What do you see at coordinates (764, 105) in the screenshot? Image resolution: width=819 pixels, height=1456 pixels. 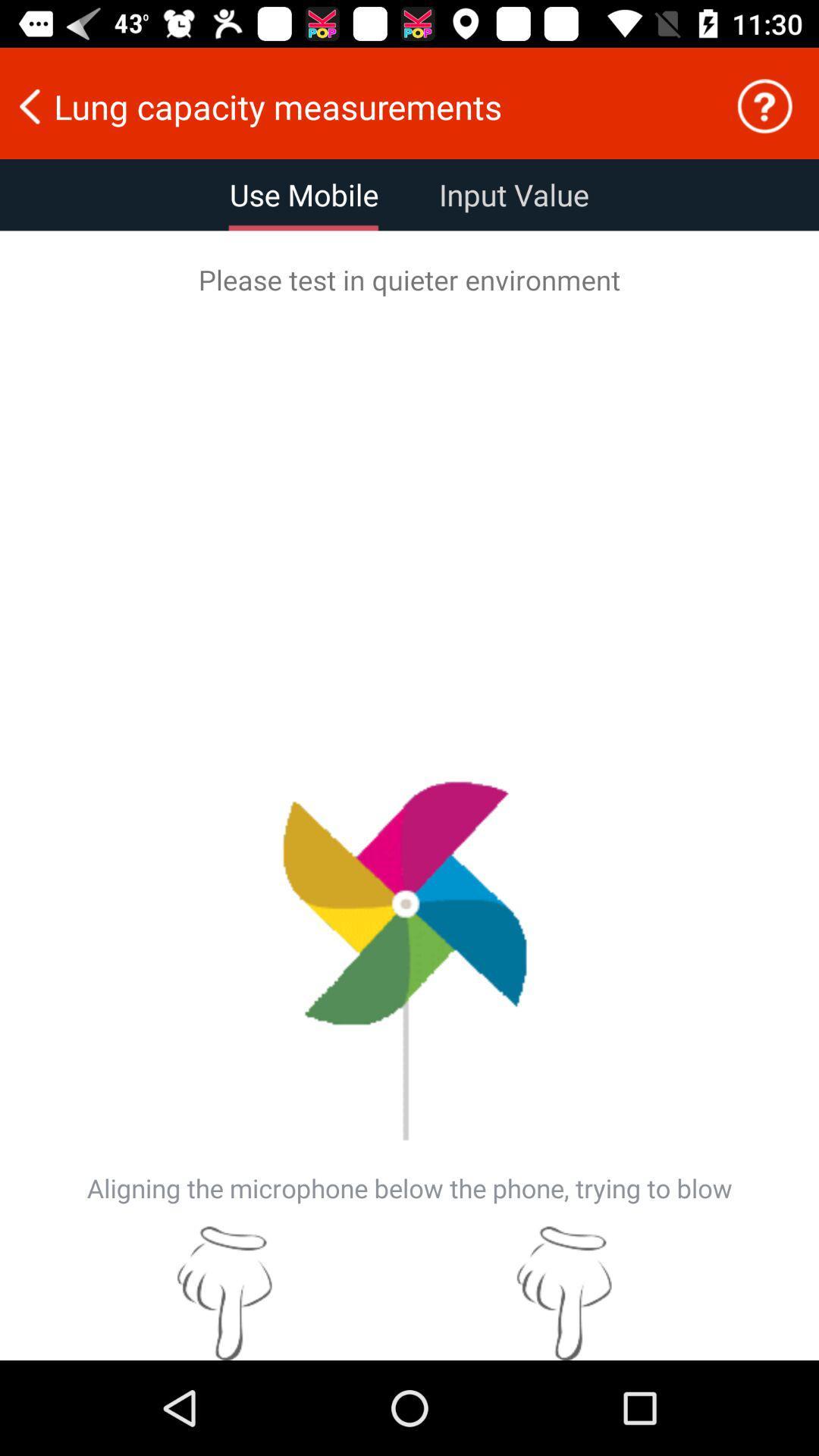 I see `item to the right of lung capacity measurements icon` at bounding box center [764, 105].